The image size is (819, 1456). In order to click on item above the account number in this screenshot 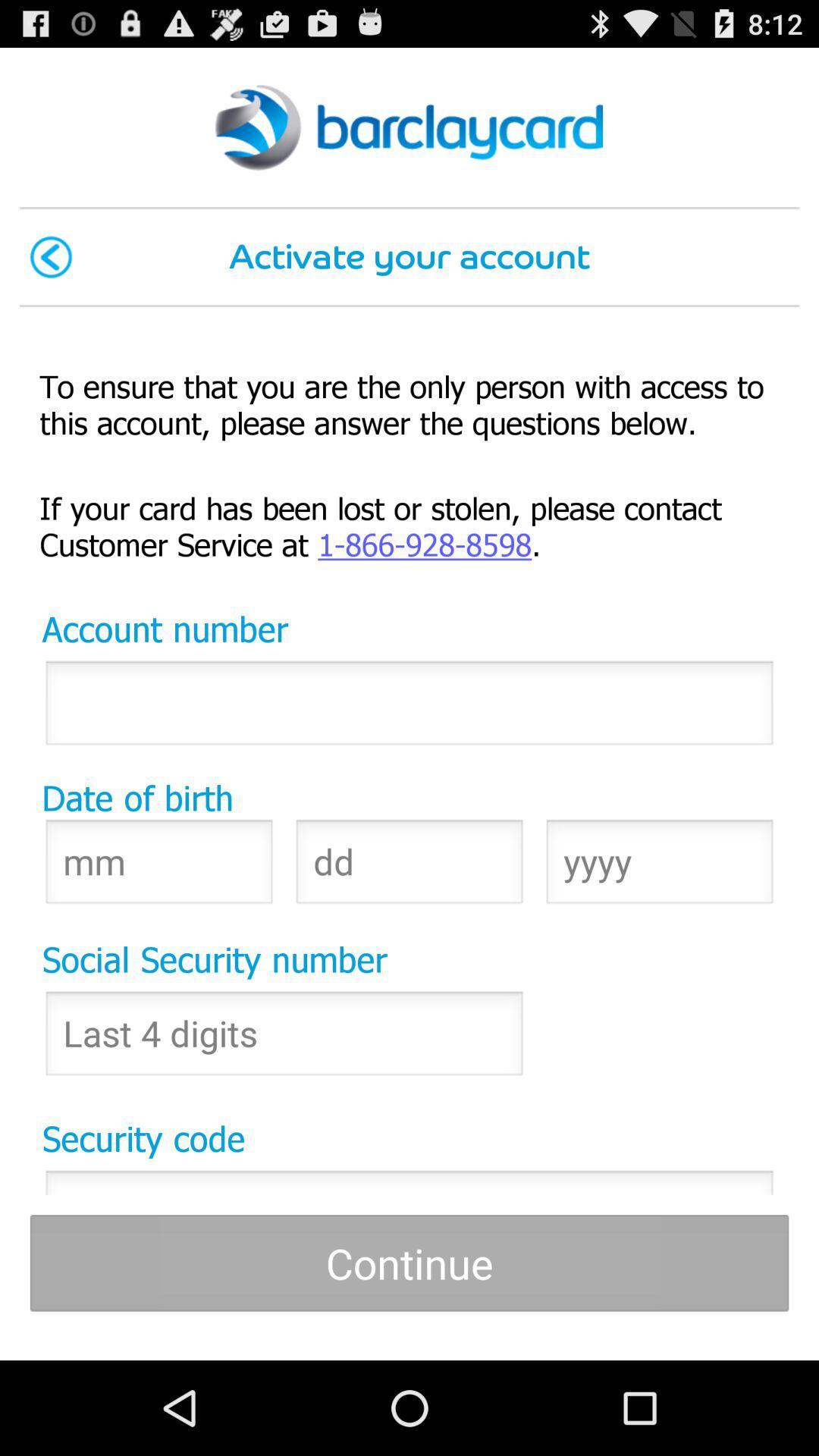, I will do `click(409, 525)`.